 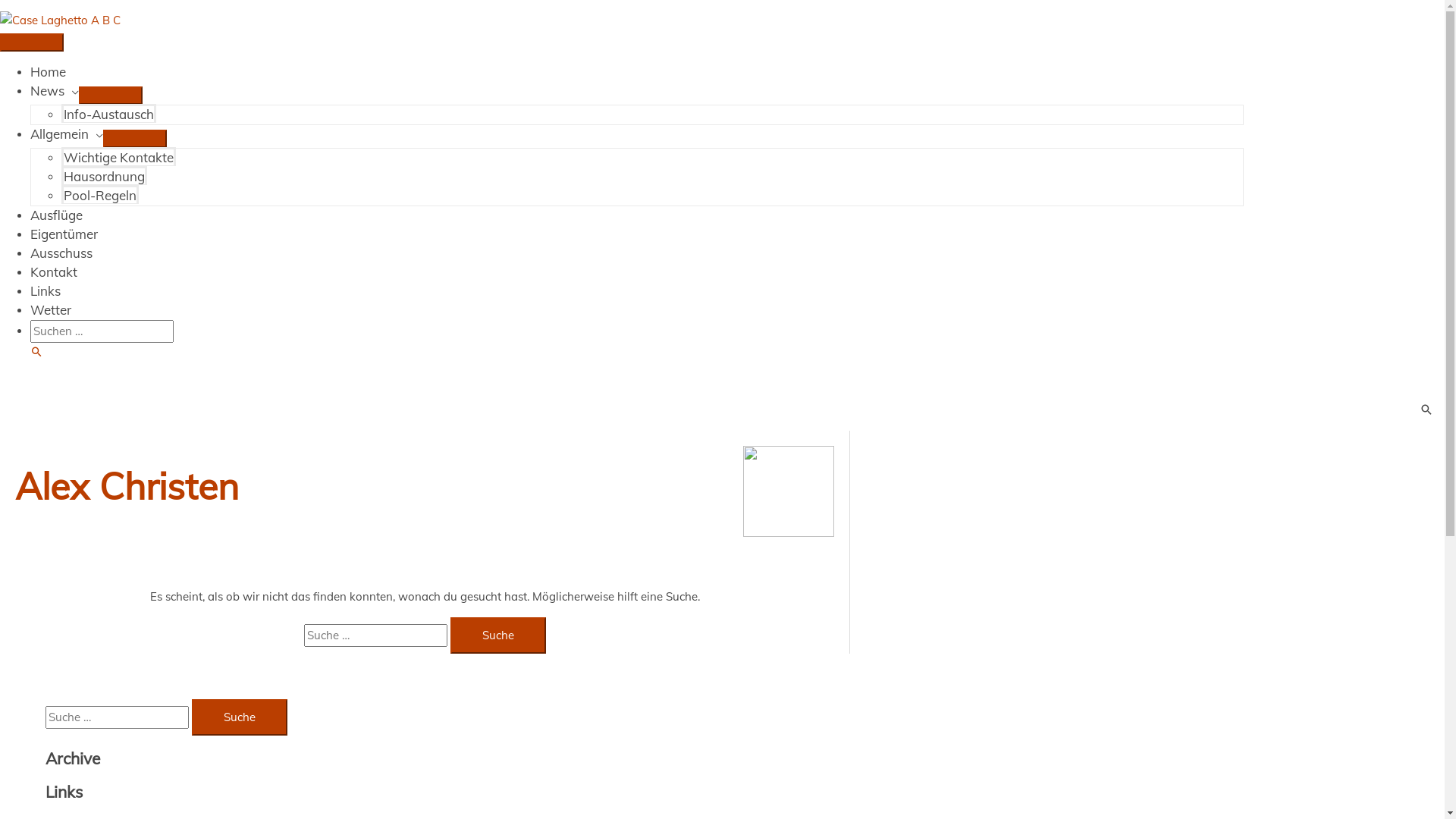 I want to click on 'News', so click(x=30, y=90).